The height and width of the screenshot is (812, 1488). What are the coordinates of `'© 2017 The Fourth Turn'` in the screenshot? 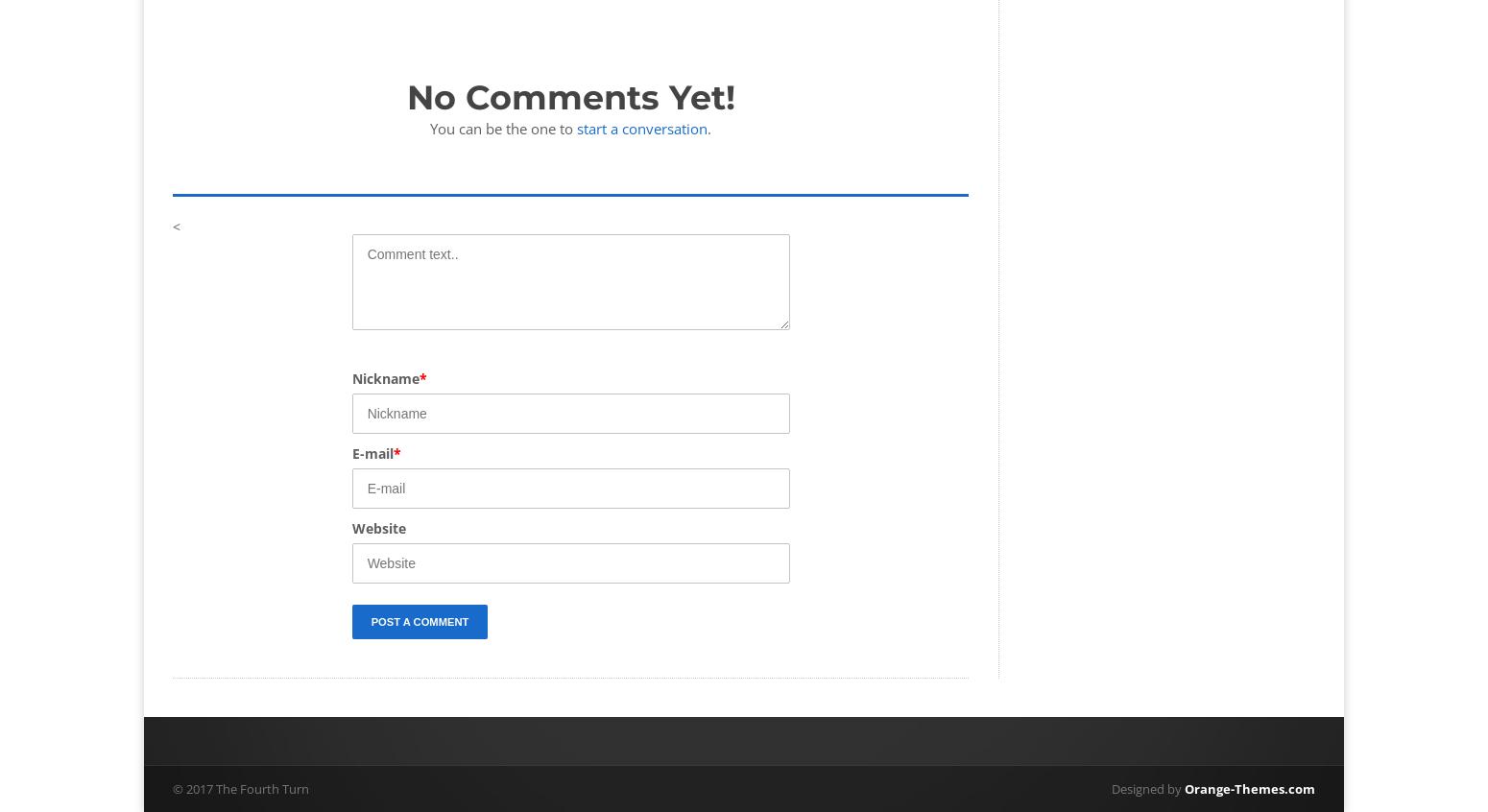 It's located at (171, 788).